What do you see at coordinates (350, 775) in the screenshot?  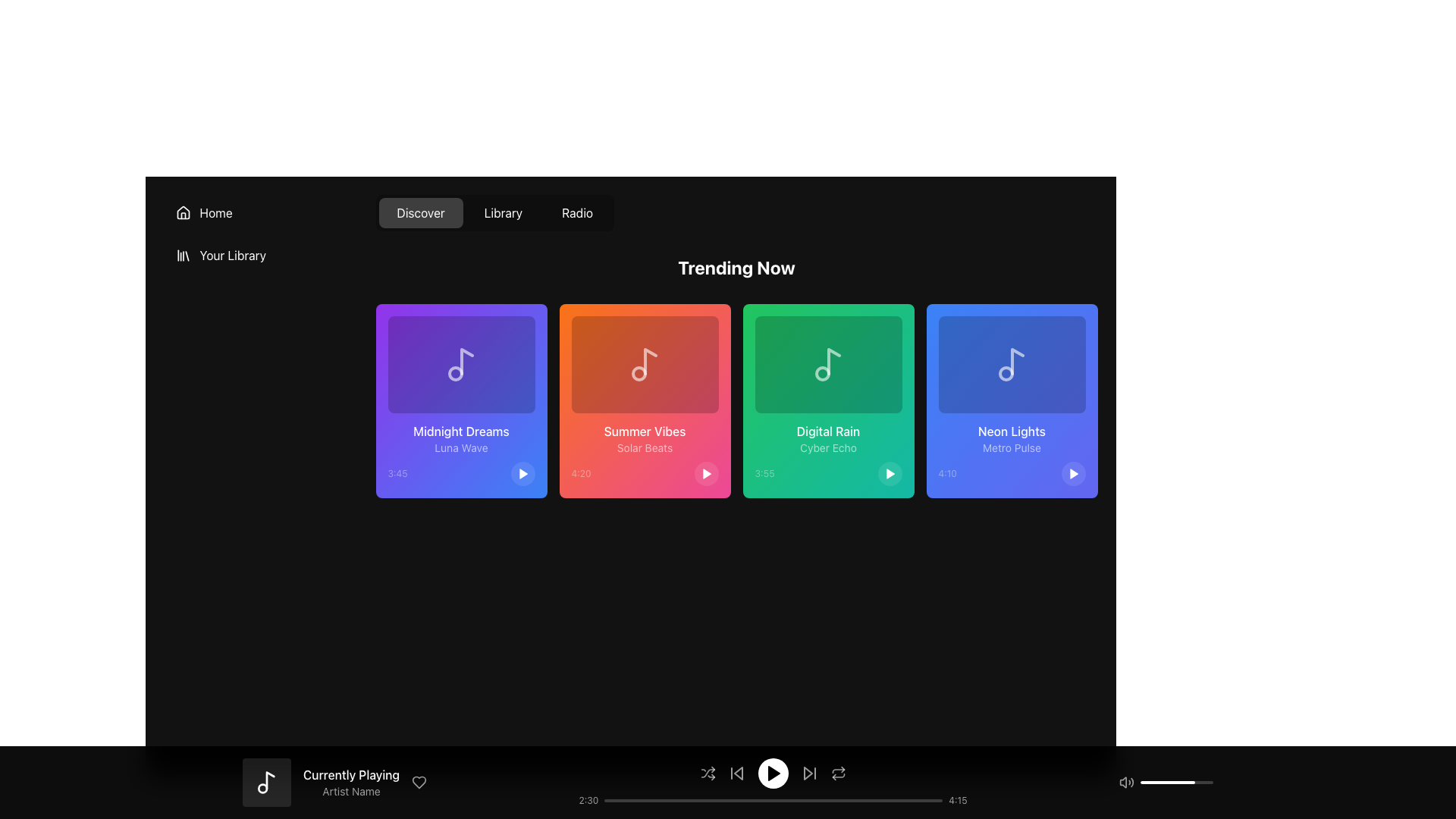 I see `the label indicating the state or title of the currently playing media, which is centrally positioned towards the left side of the bottom bar of the interface` at bounding box center [350, 775].